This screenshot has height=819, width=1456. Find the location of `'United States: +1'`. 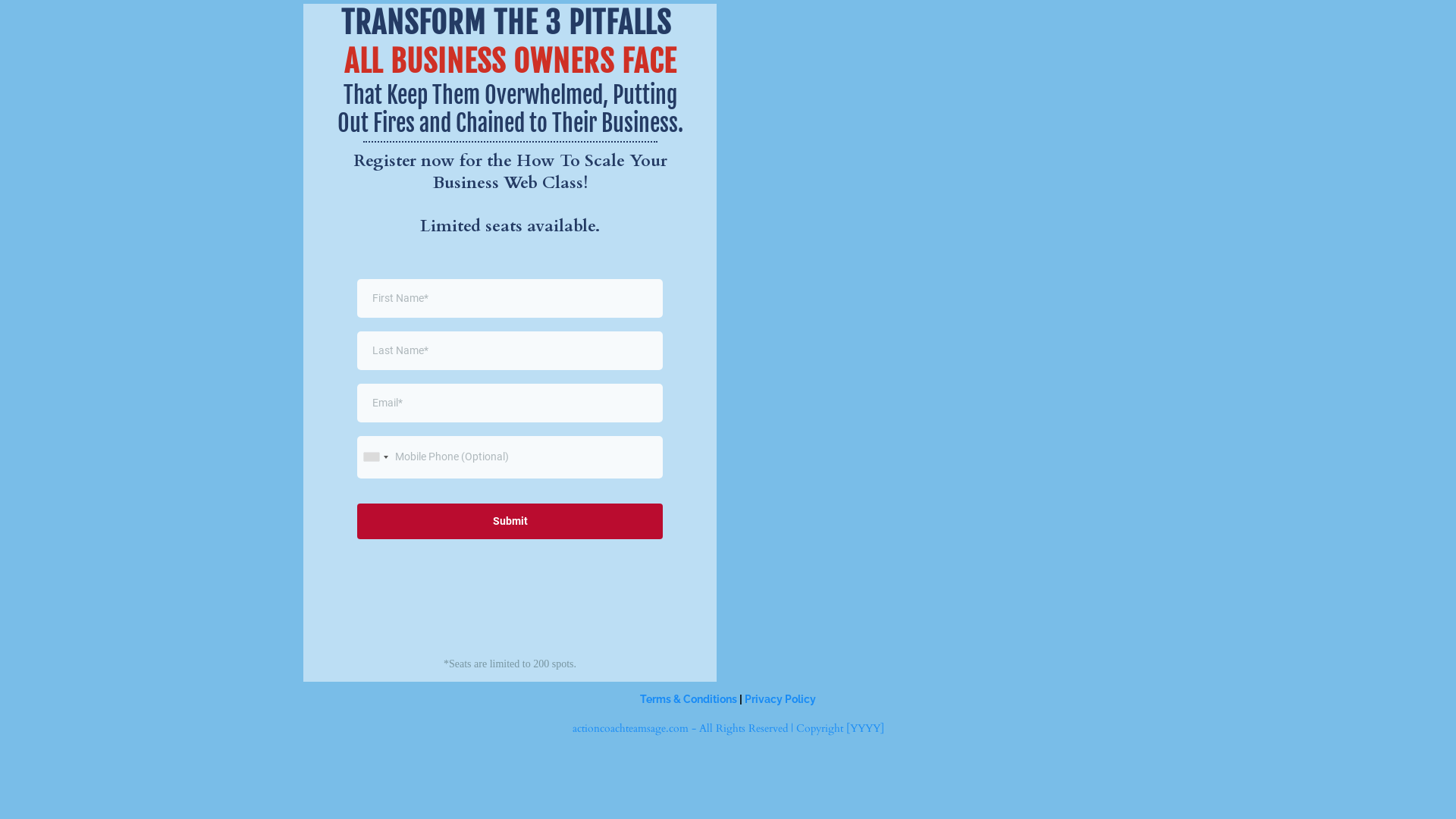

'United States: +1' is located at coordinates (356, 456).